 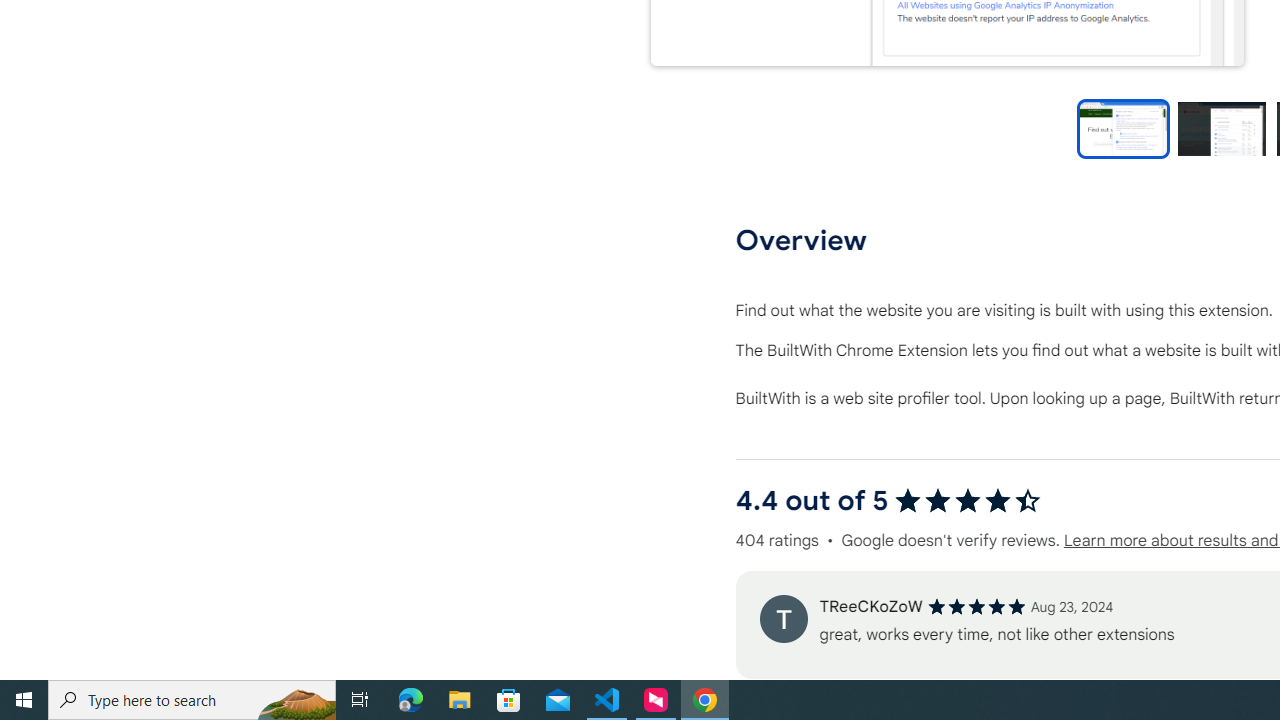 What do you see at coordinates (192, 698) in the screenshot?
I see `'Type here to search'` at bounding box center [192, 698].